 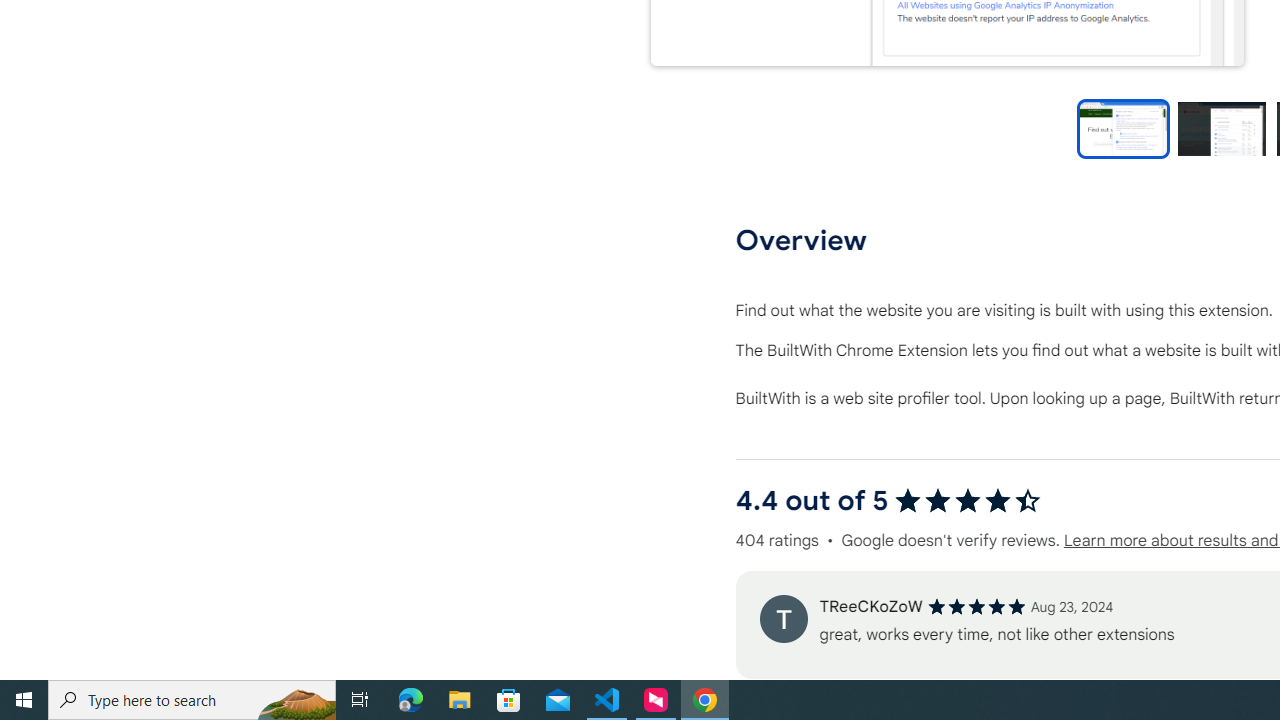 What do you see at coordinates (192, 698) in the screenshot?
I see `'Type here to search'` at bounding box center [192, 698].